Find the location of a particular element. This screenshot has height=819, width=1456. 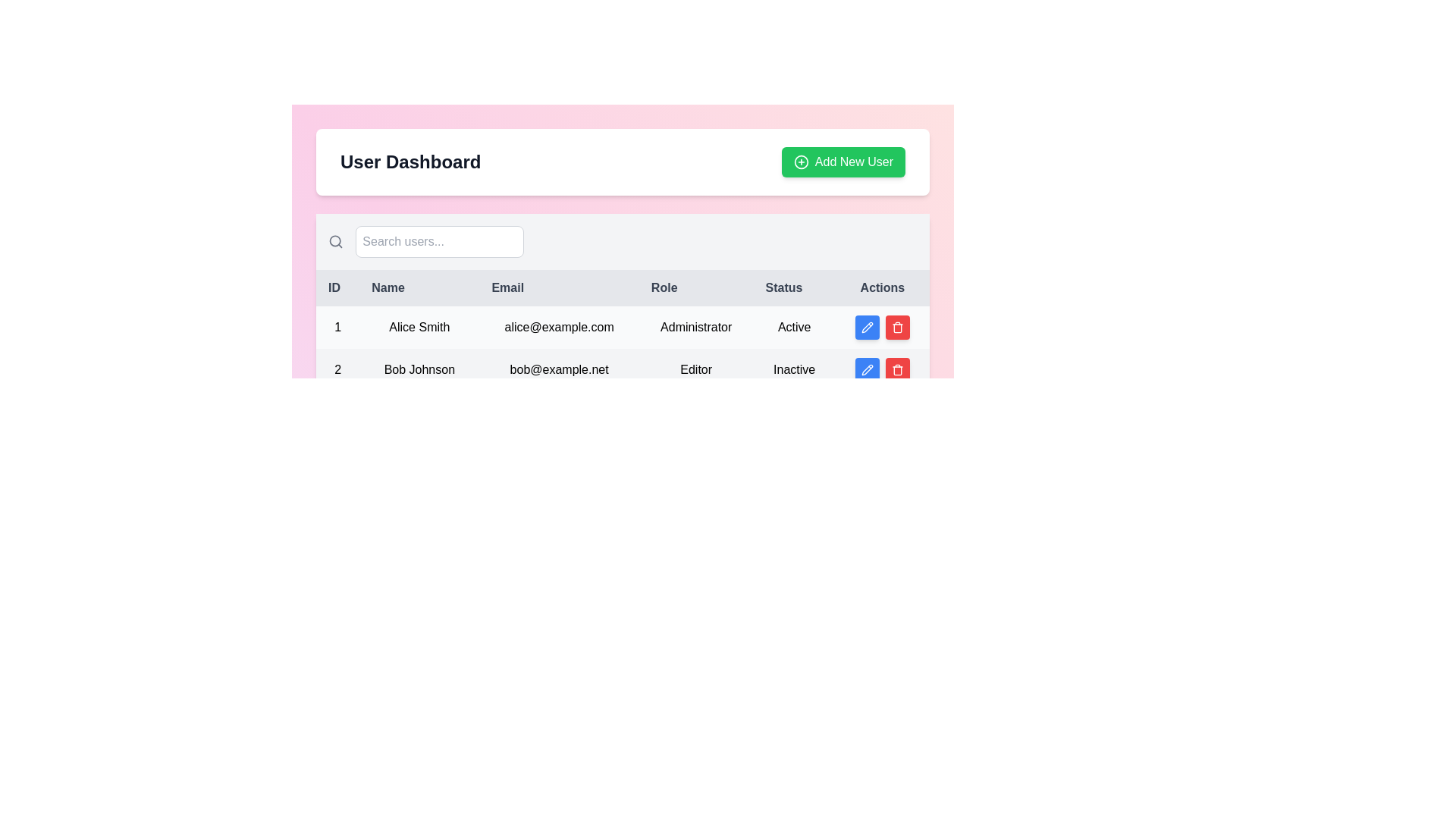

the pencil icon in the 'Actions' column next to 'Alice Smith' is located at coordinates (867, 327).